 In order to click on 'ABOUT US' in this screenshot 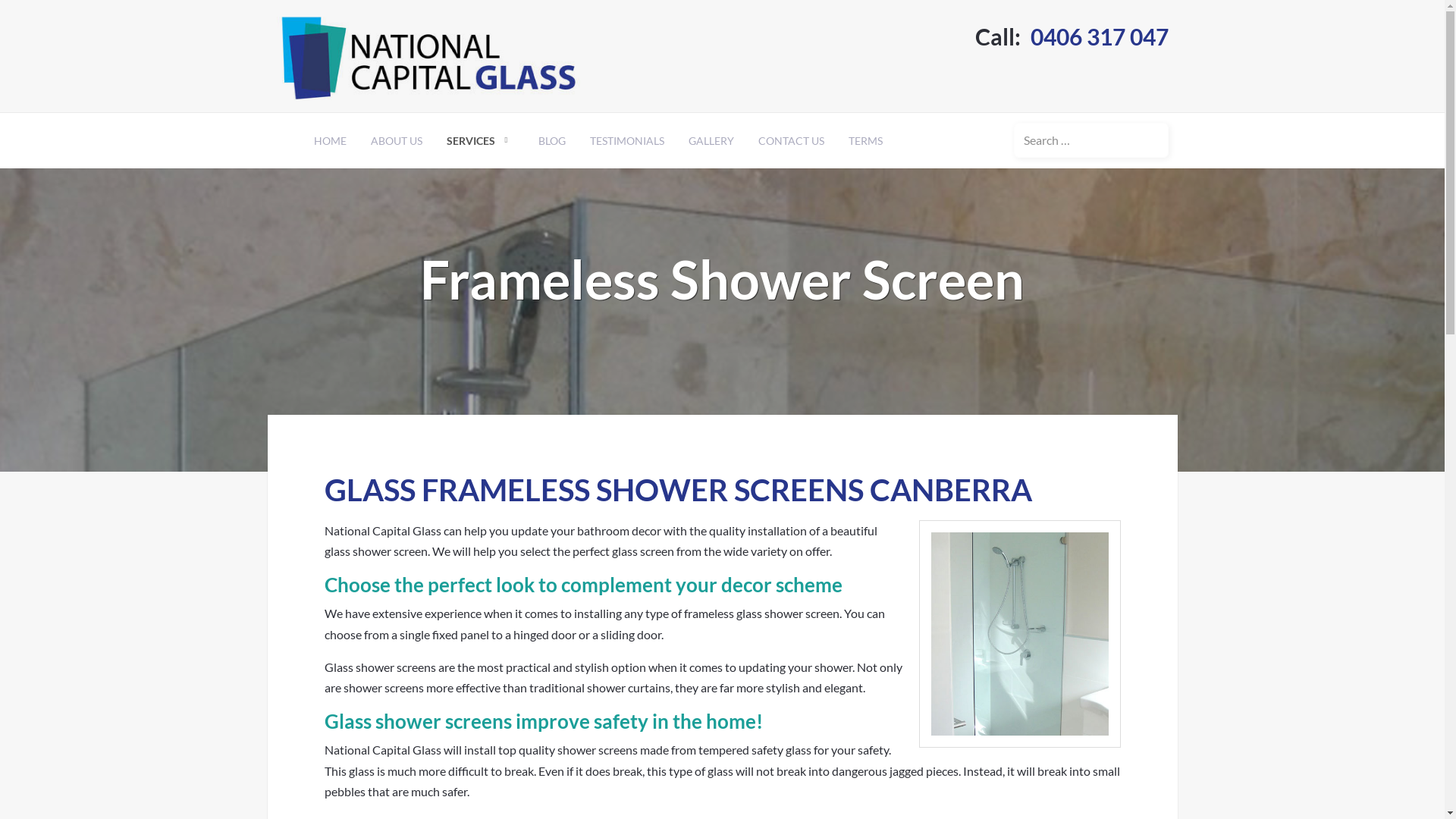, I will do `click(396, 140)`.